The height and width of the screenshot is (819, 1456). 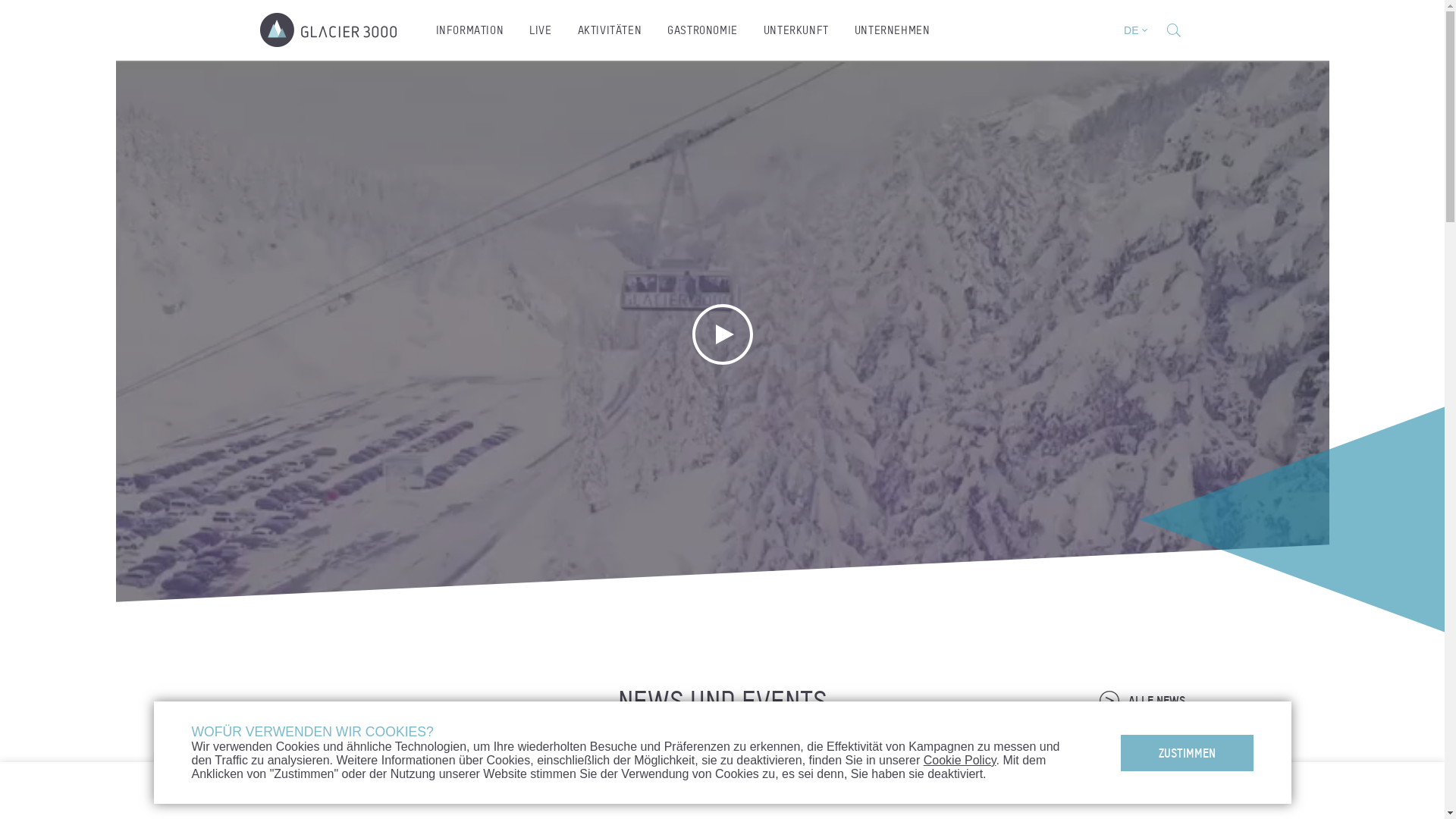 I want to click on ' ALLE NEWS', so click(x=1141, y=701).